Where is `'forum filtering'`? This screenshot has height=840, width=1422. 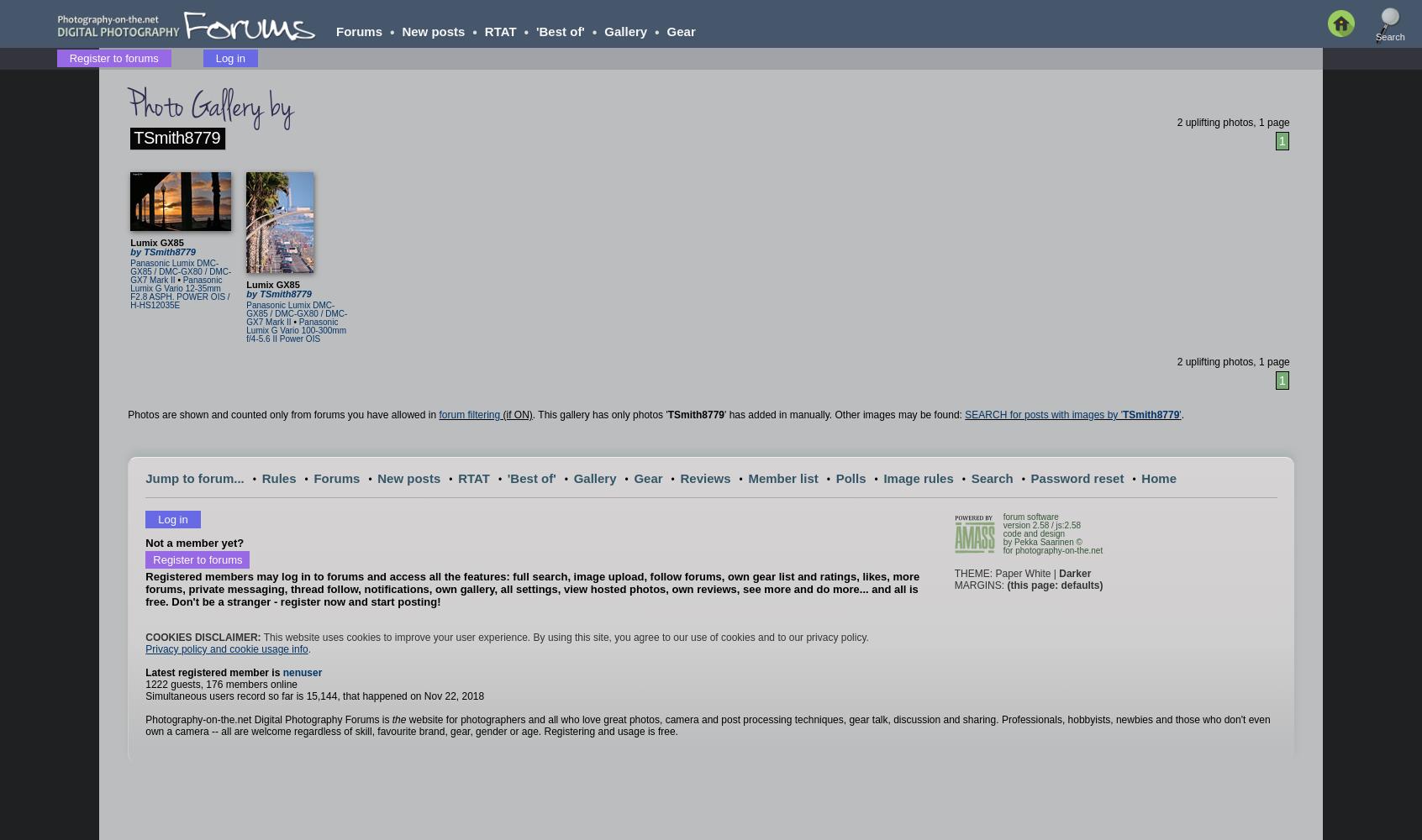
'forum filtering' is located at coordinates (469, 414).